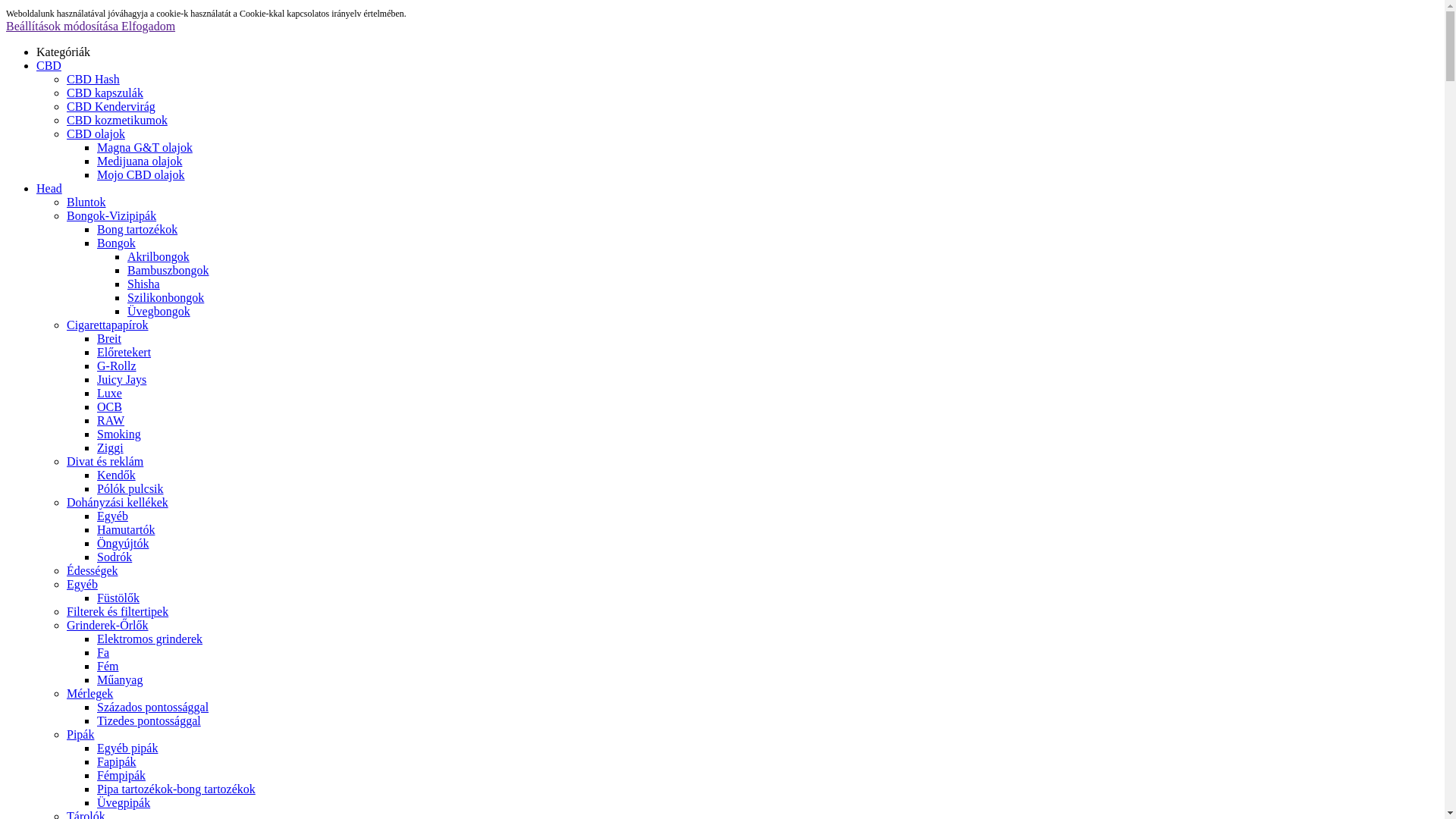 This screenshot has height=819, width=1456. Describe the element at coordinates (96, 420) in the screenshot. I see `'RAW'` at that location.